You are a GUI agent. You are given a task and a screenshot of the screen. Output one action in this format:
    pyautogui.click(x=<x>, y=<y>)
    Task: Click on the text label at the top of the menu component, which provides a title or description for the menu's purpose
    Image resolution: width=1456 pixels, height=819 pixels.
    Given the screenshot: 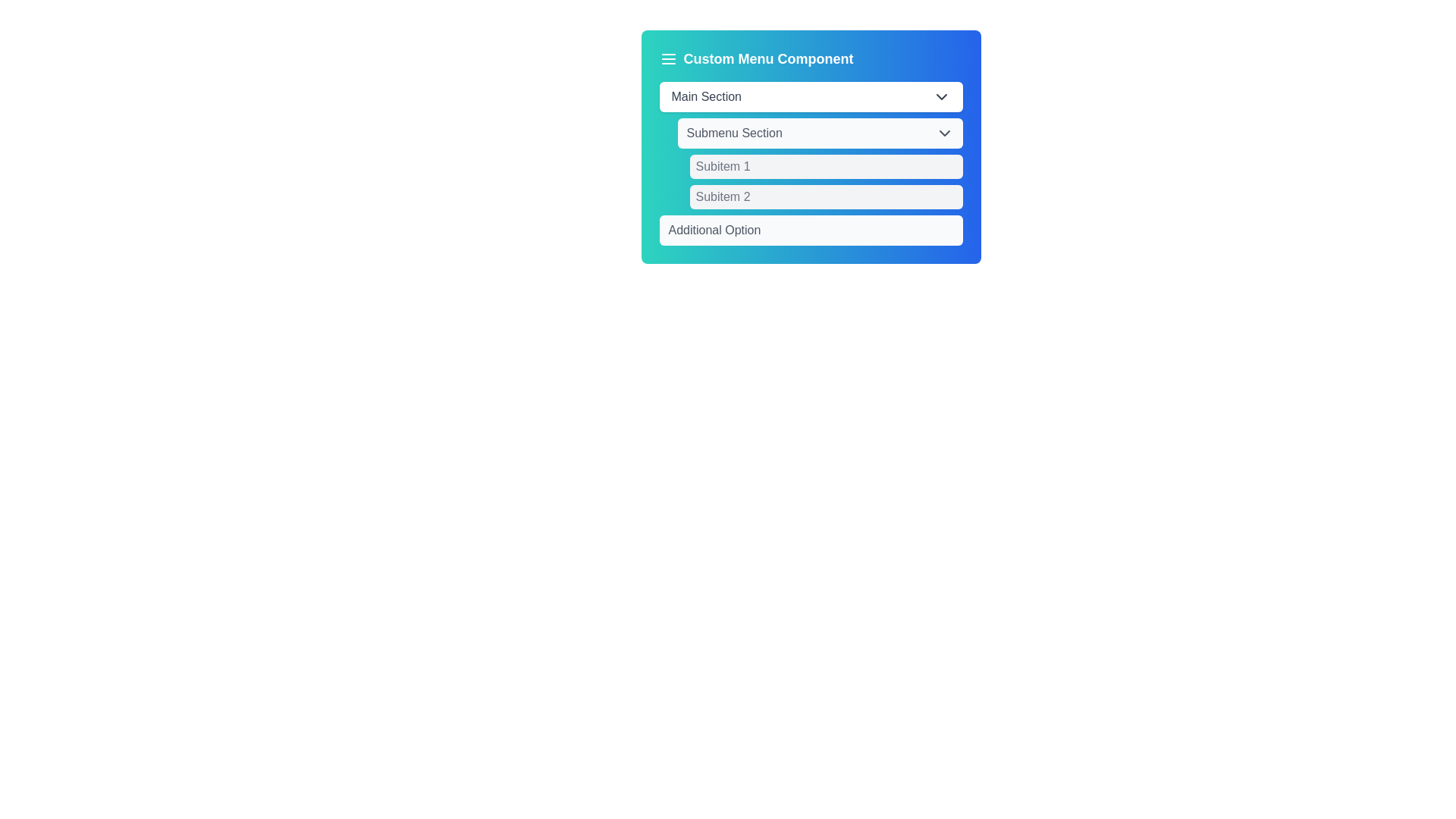 What is the action you would take?
    pyautogui.click(x=810, y=58)
    